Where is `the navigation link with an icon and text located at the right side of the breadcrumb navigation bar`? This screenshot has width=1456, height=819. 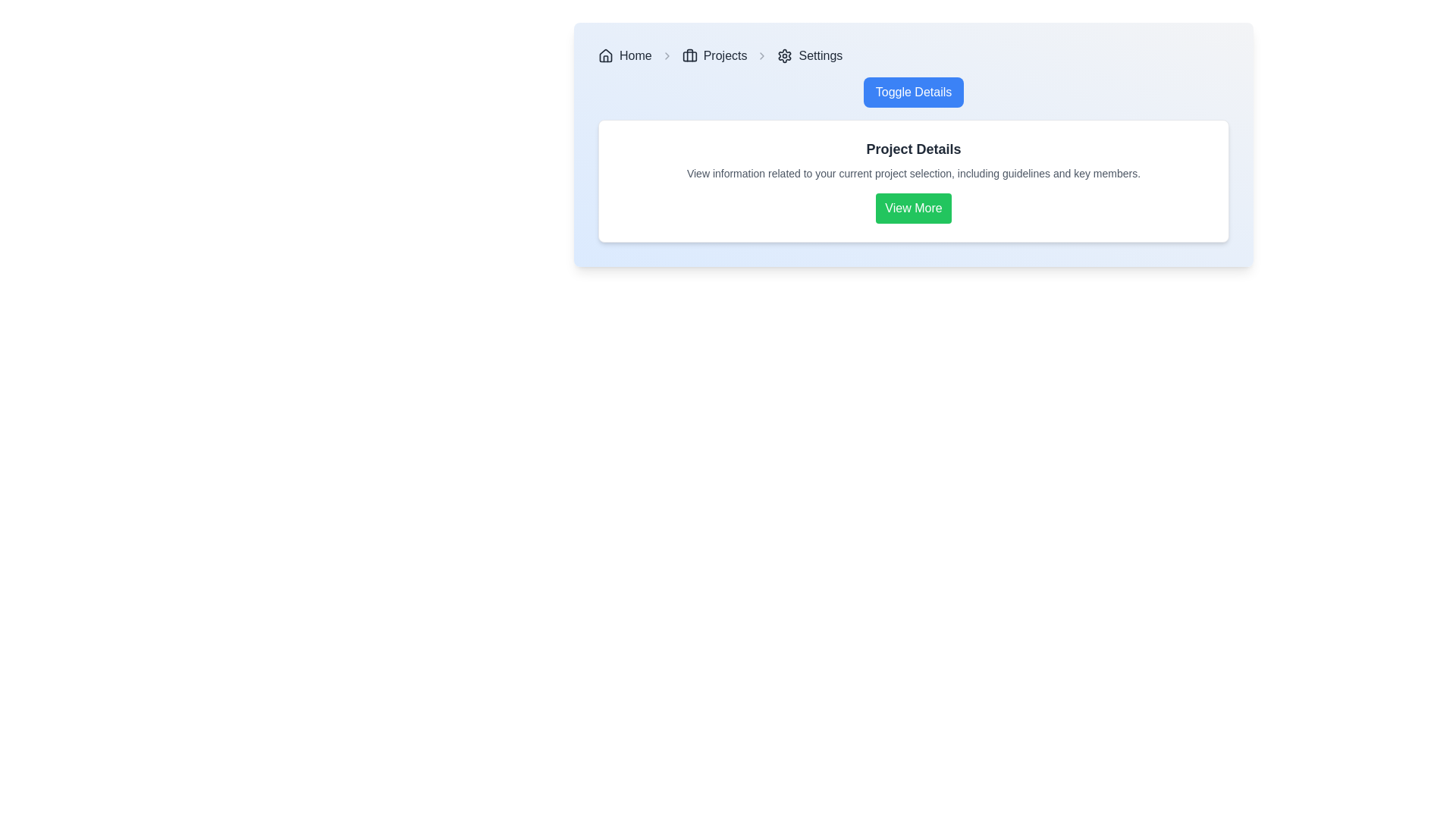
the navigation link with an icon and text located at the right side of the breadcrumb navigation bar is located at coordinates (809, 55).